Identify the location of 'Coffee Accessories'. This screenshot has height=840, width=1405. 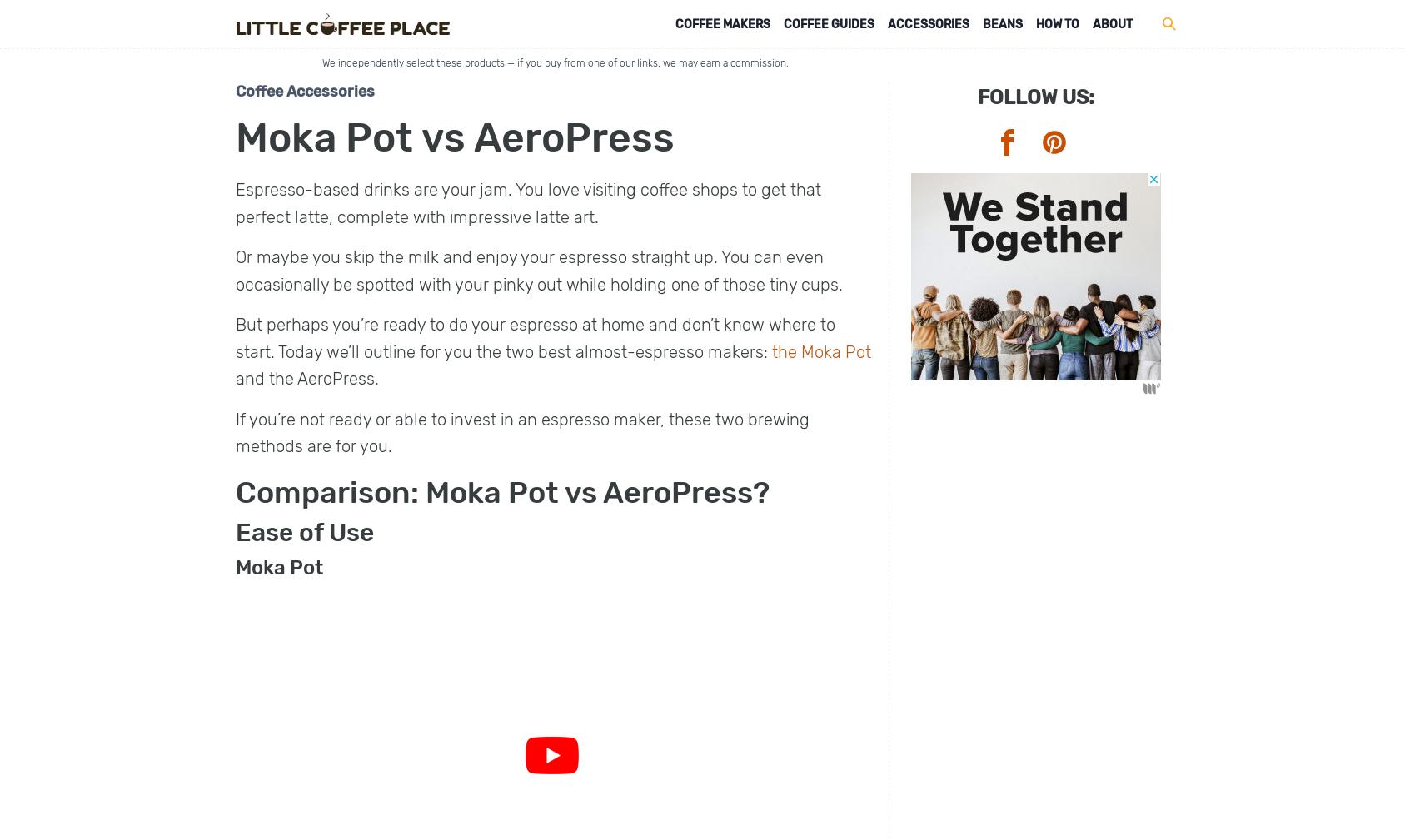
(305, 90).